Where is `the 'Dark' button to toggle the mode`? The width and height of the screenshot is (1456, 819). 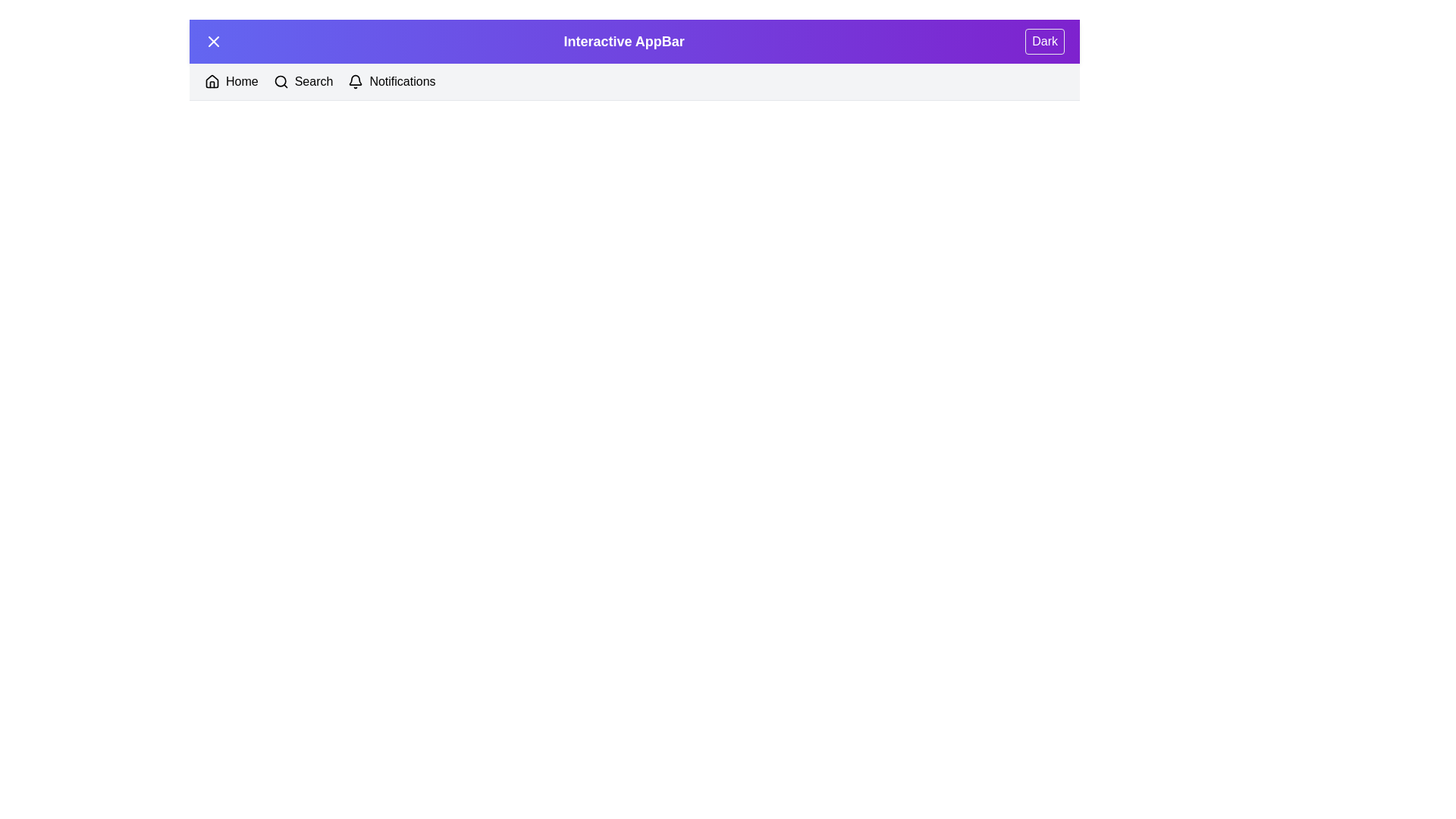 the 'Dark' button to toggle the mode is located at coordinates (1043, 40).